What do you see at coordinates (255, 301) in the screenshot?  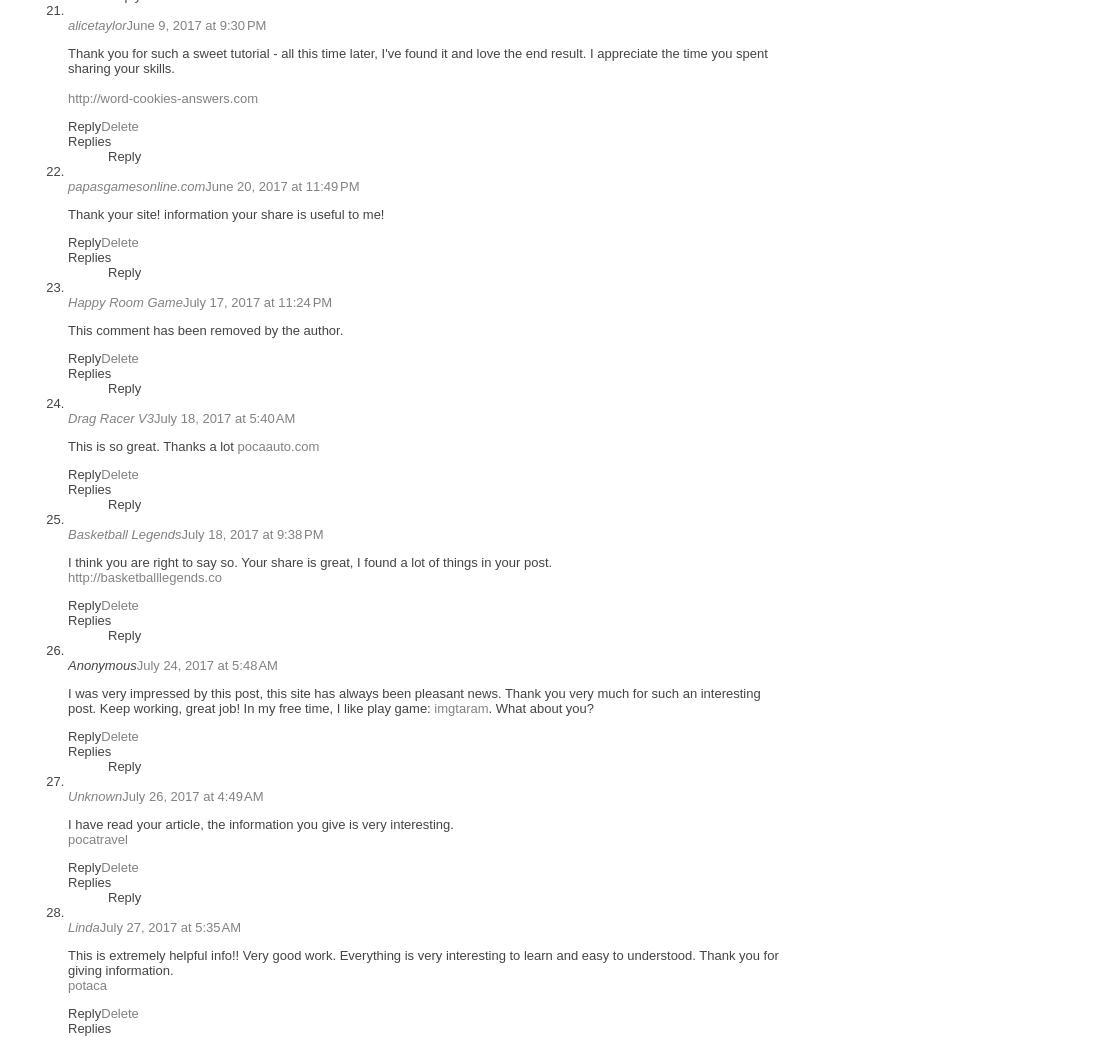 I see `'July 17, 2017 at 11:24 PM'` at bounding box center [255, 301].